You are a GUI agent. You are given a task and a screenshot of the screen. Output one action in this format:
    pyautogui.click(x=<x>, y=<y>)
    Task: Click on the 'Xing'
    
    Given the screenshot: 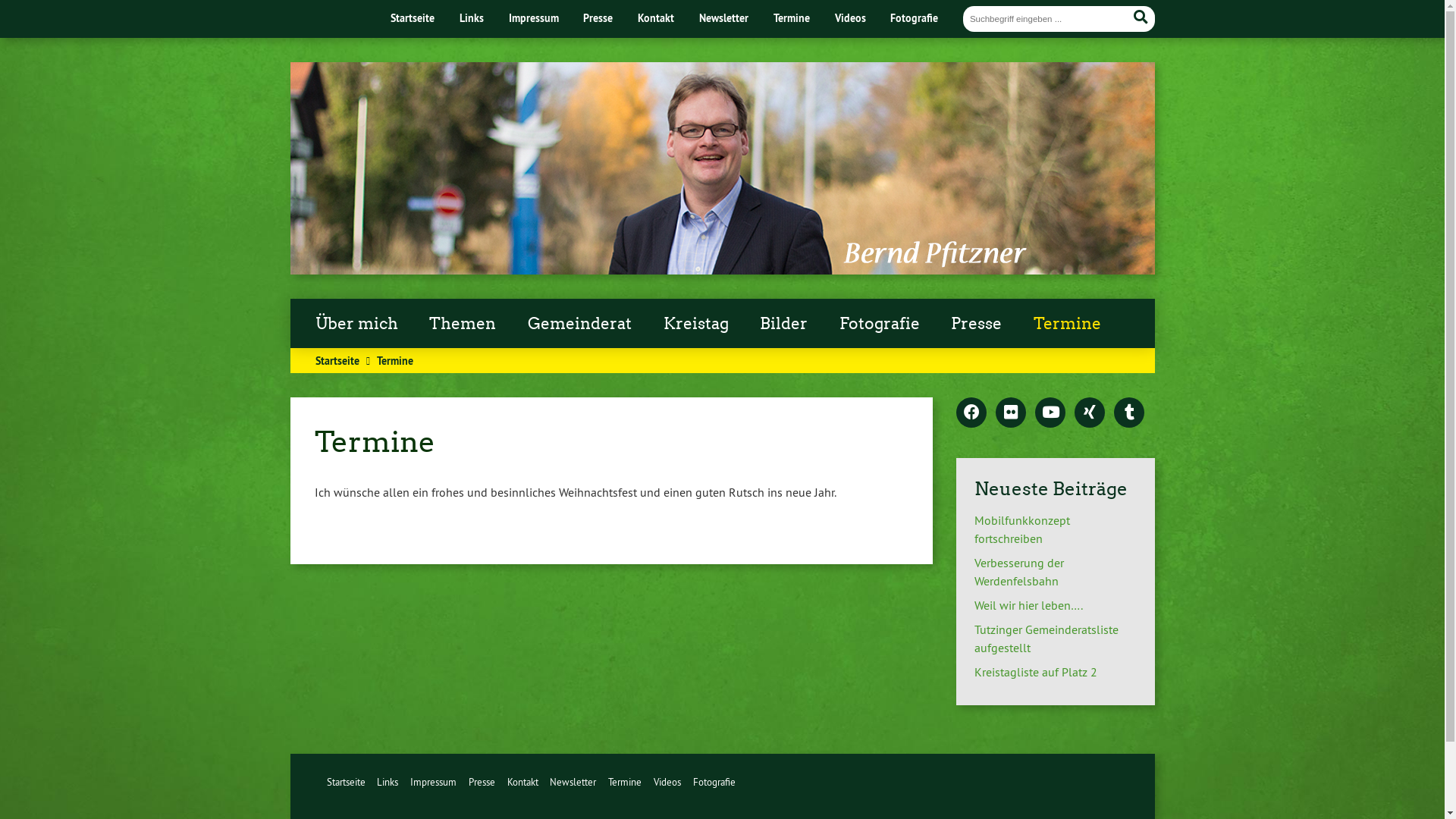 What is the action you would take?
    pyautogui.click(x=1073, y=413)
    